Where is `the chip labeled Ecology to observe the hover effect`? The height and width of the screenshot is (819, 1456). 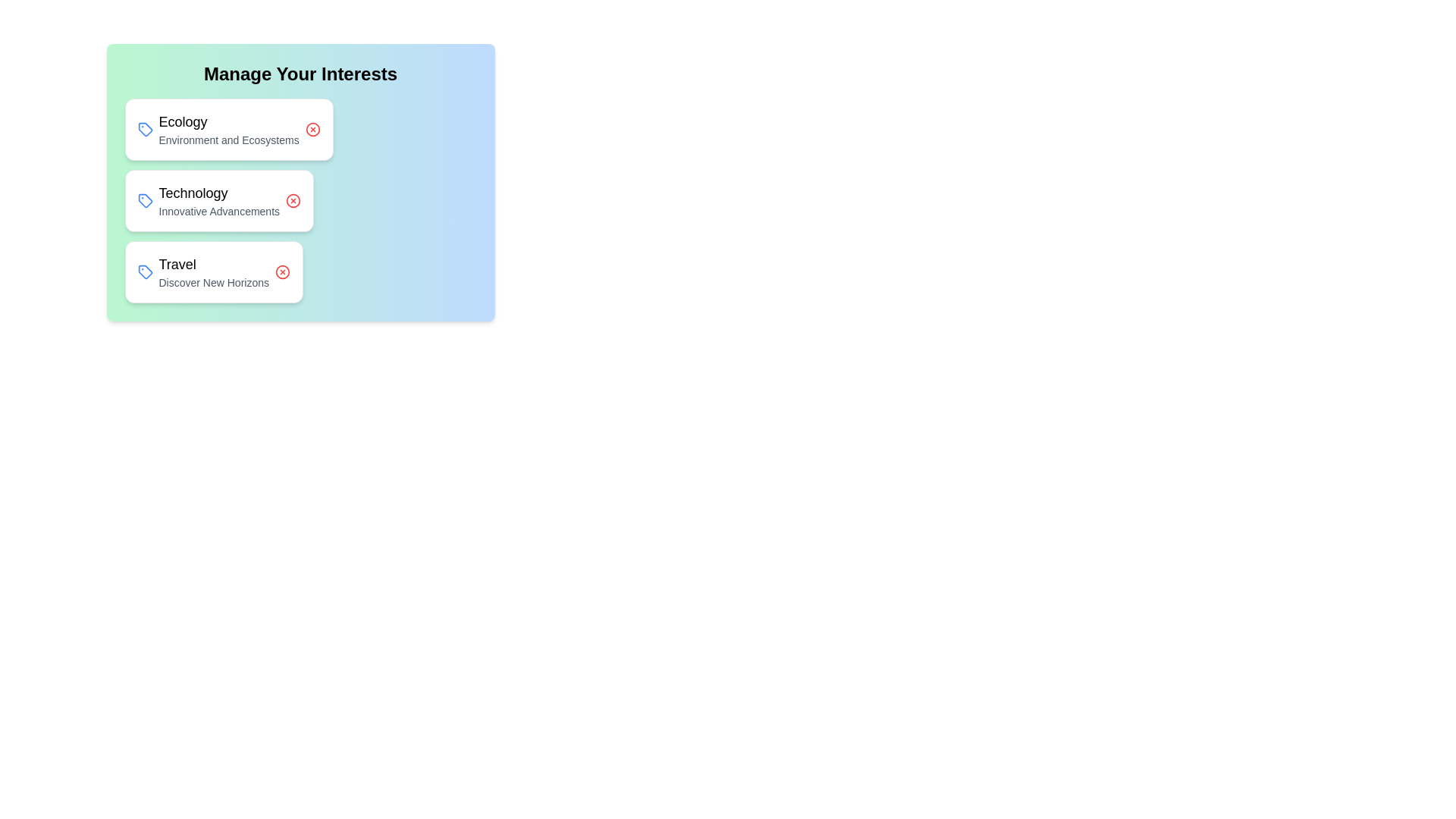 the chip labeled Ecology to observe the hover effect is located at coordinates (228, 128).